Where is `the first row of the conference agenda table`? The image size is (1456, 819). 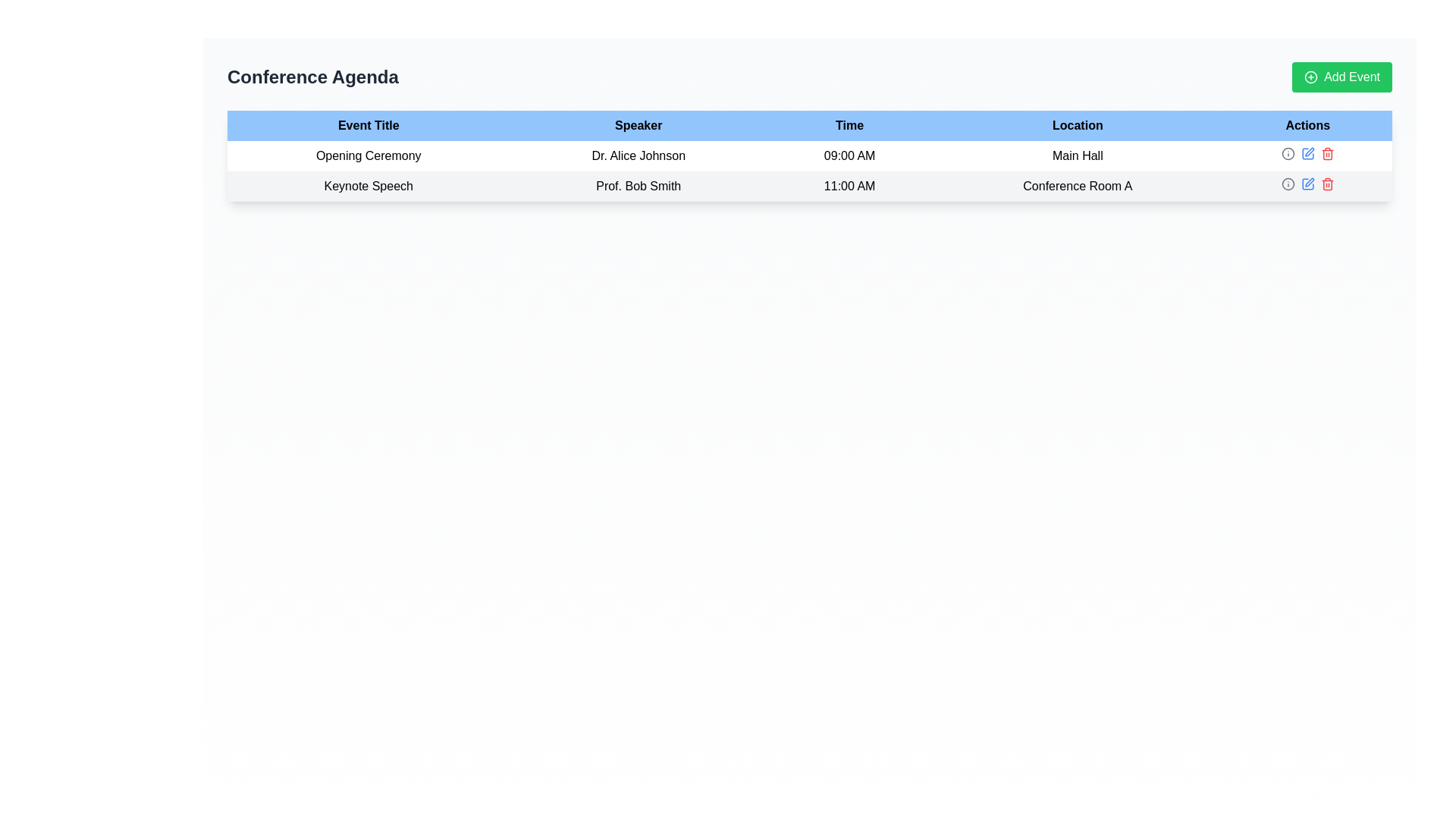 the first row of the conference agenda table is located at coordinates (809, 171).